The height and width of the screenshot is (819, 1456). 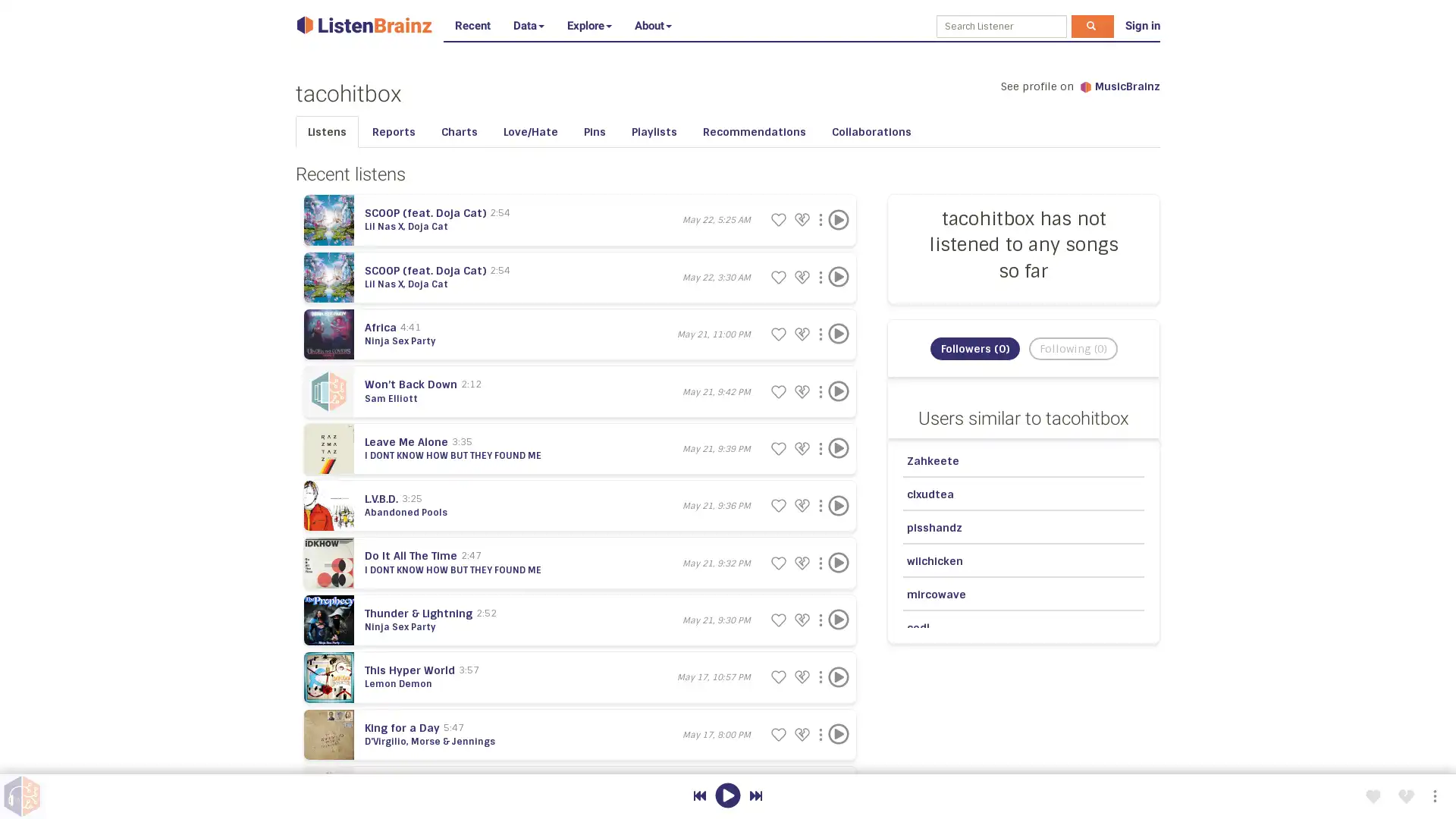 What do you see at coordinates (837, 277) in the screenshot?
I see `Play` at bounding box center [837, 277].